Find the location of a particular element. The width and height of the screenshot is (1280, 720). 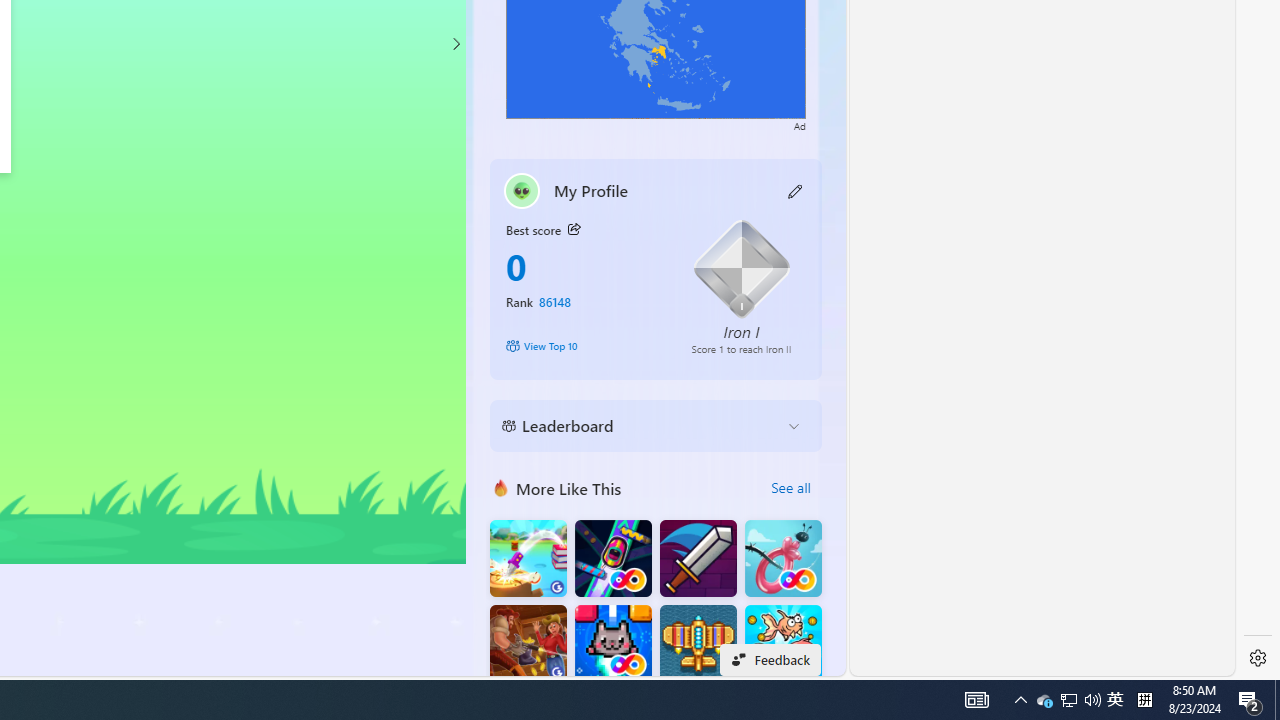

'Knife Flip' is located at coordinates (528, 558).